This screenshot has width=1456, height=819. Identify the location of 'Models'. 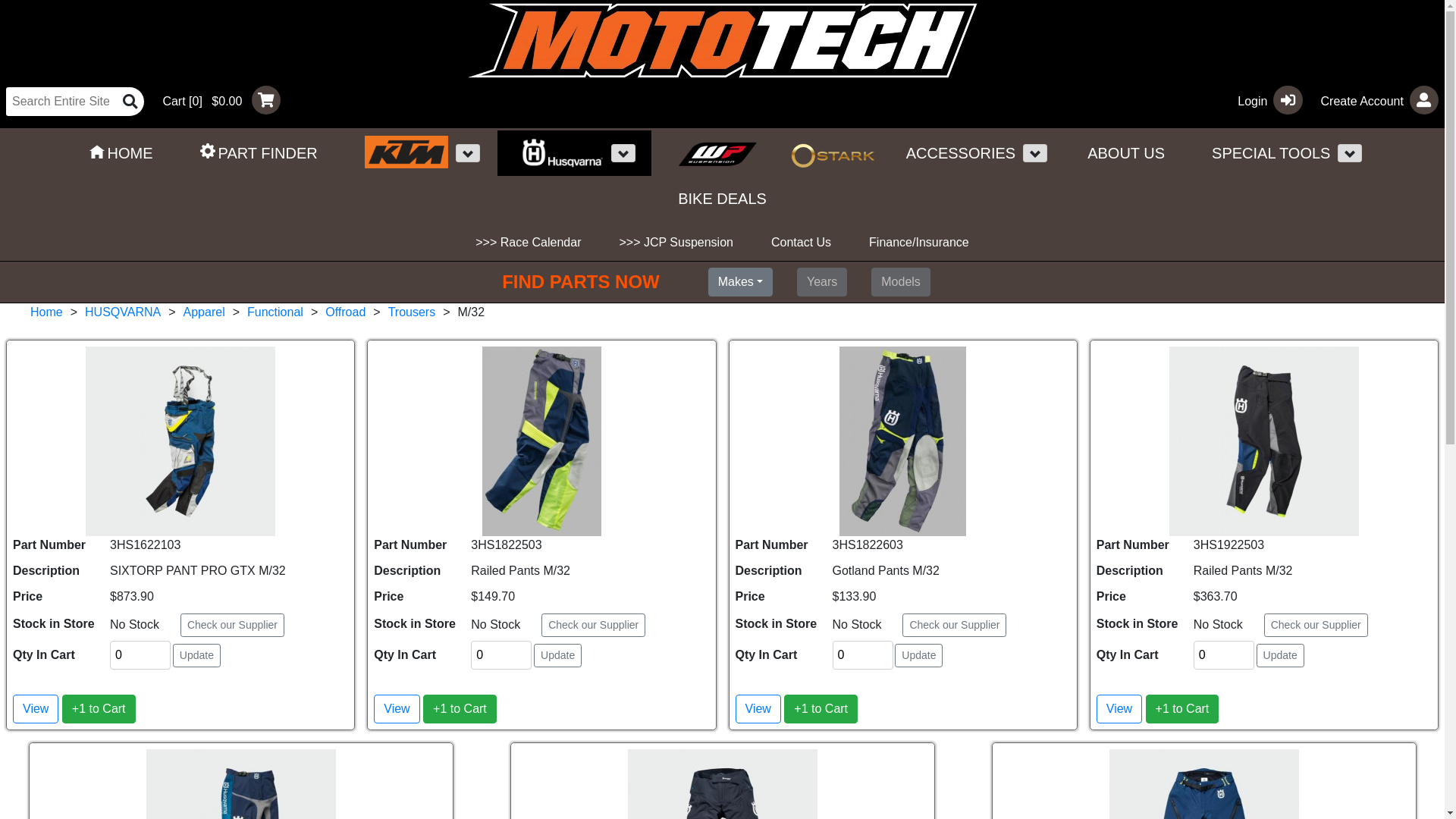
(900, 281).